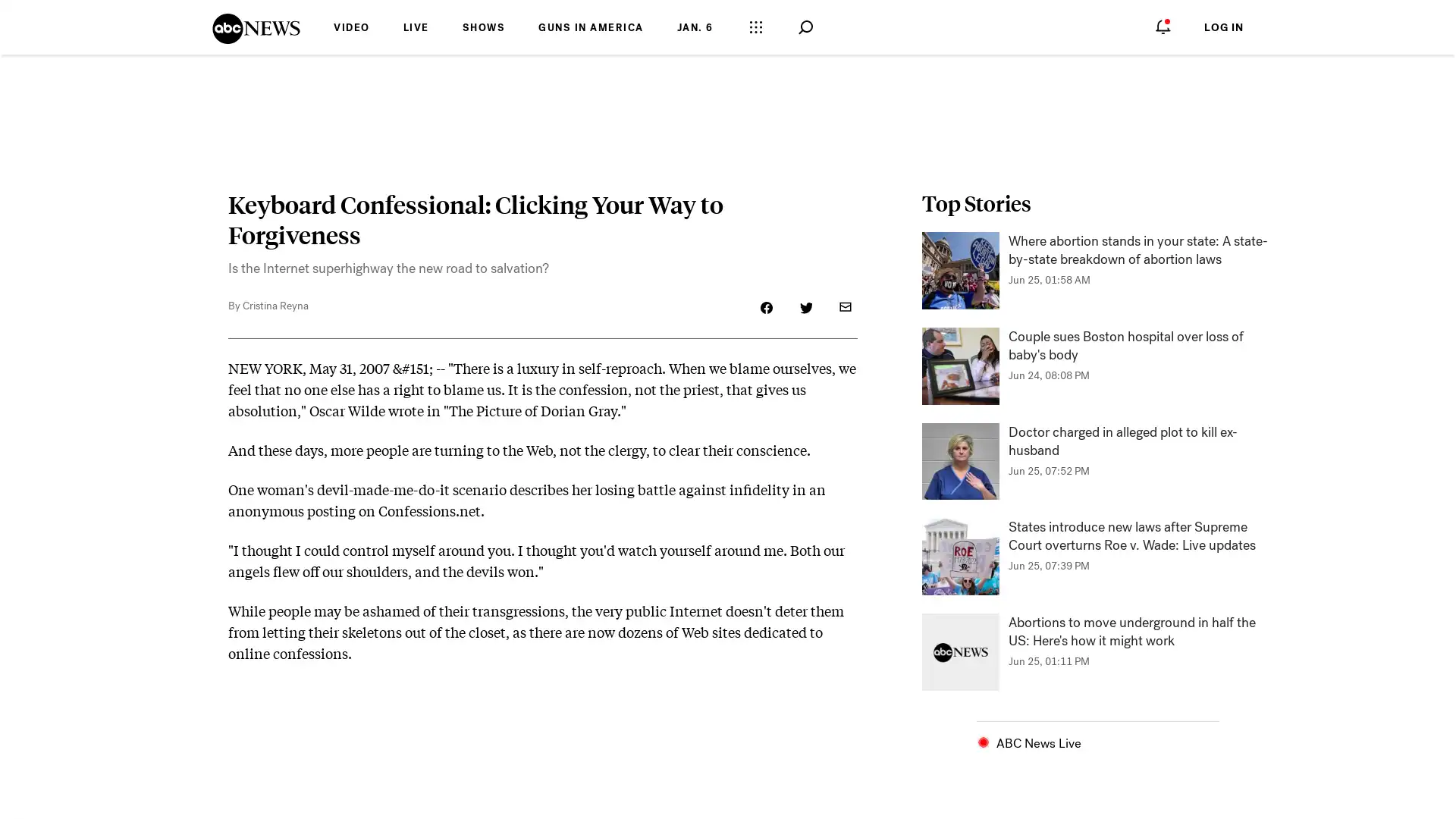  I want to click on Open Search Bar, so click(804, 27).